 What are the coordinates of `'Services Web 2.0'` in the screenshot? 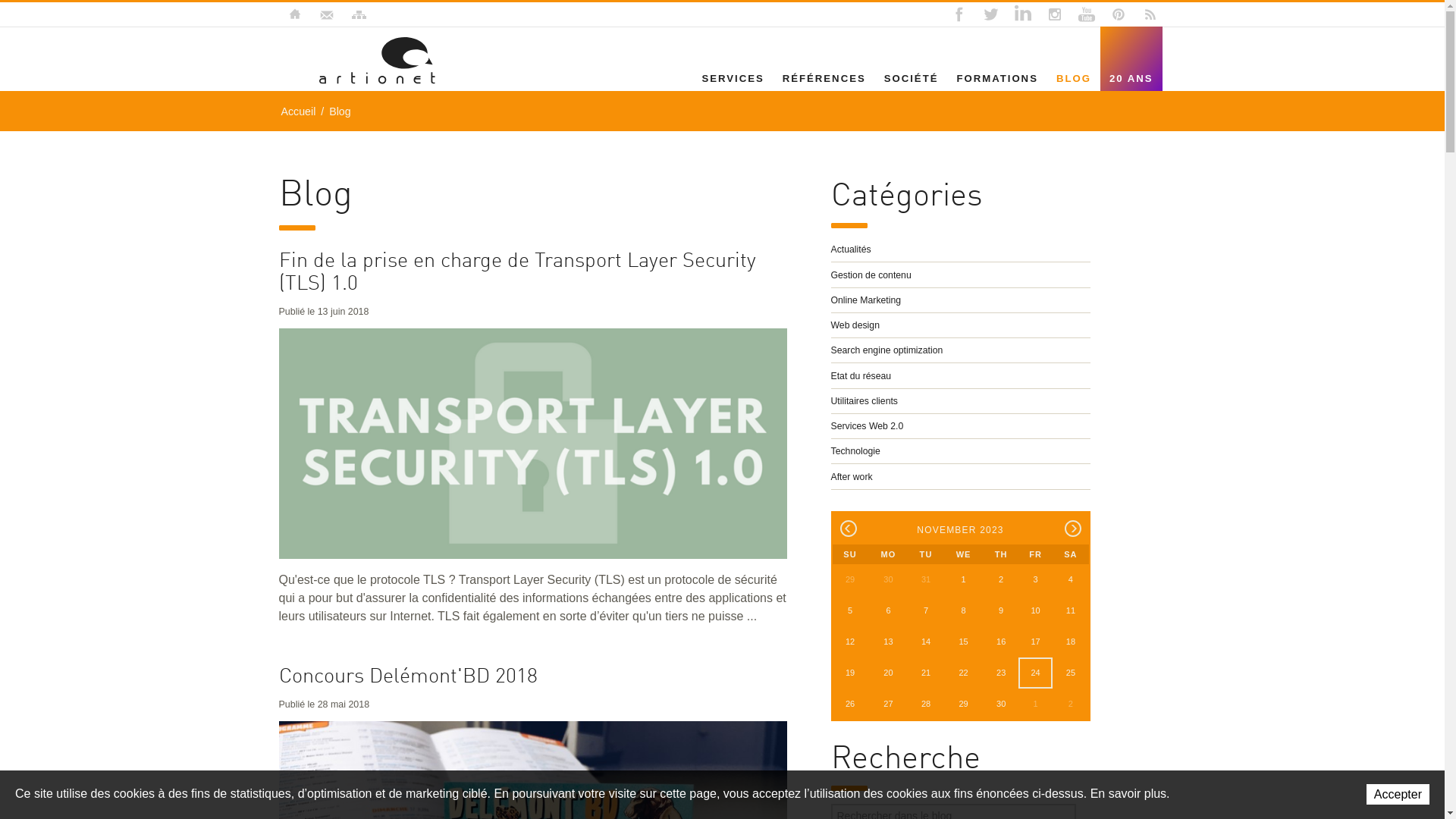 It's located at (960, 426).